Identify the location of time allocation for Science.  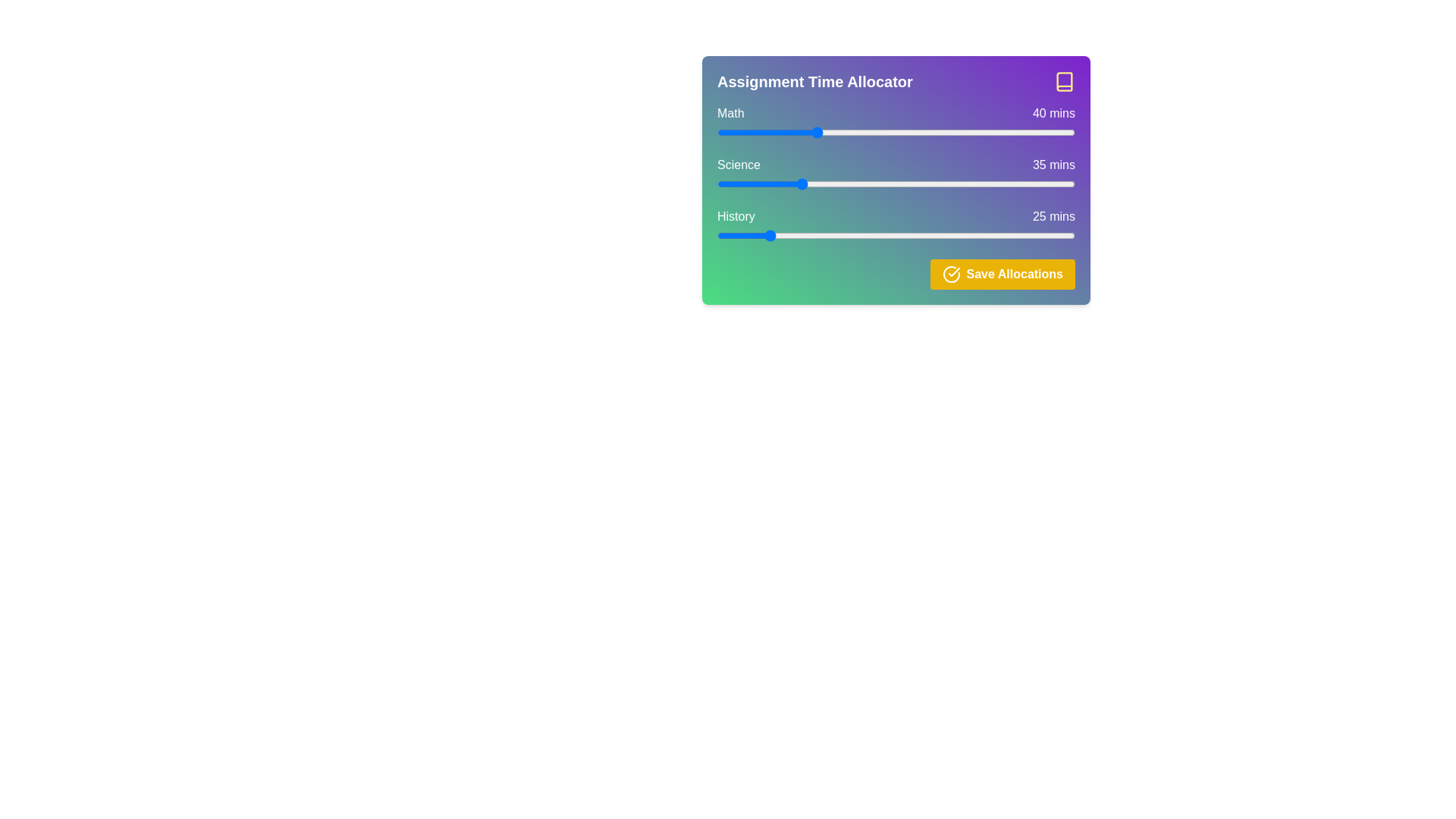
(941, 184).